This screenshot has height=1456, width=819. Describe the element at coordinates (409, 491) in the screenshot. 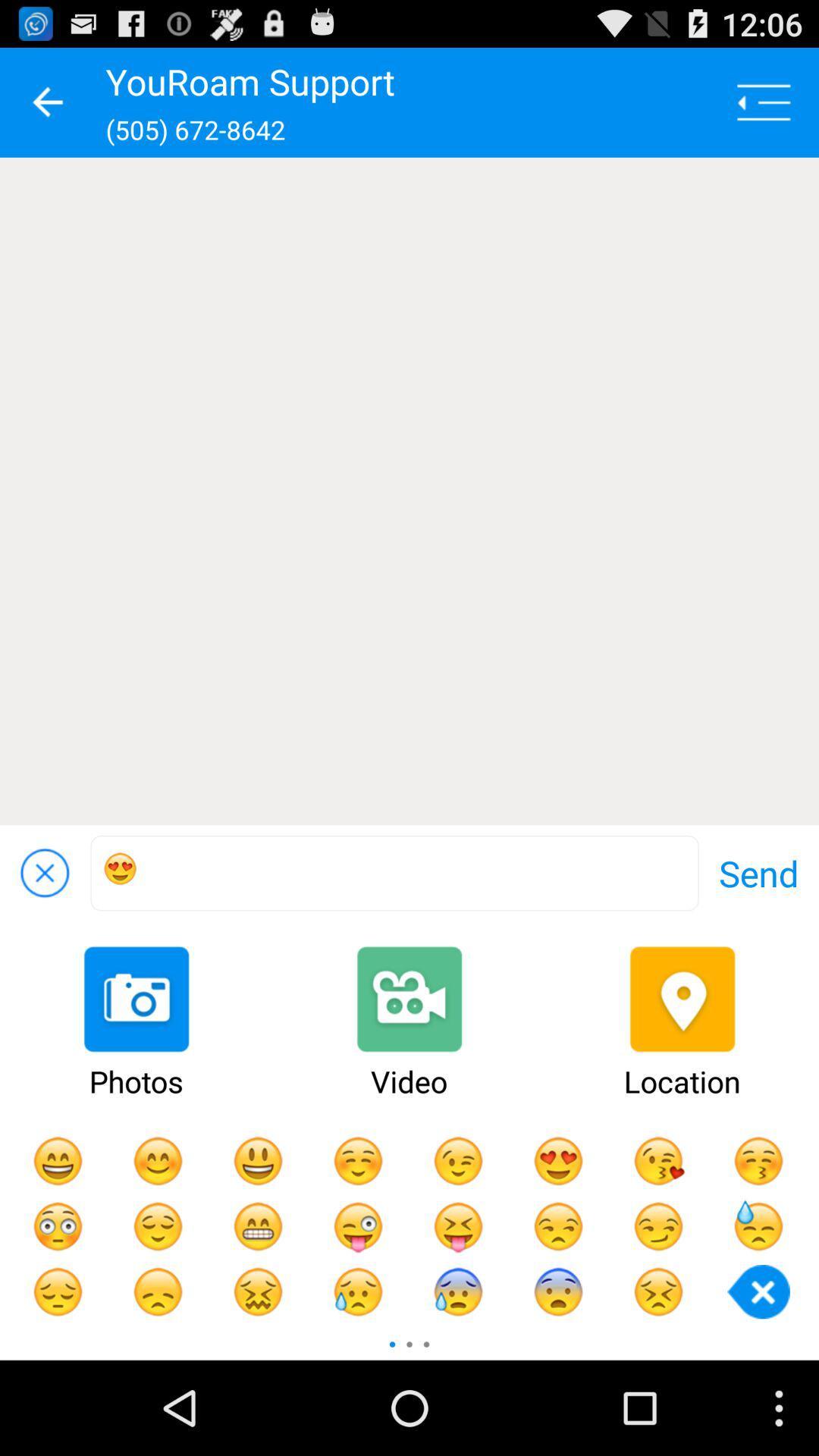

I see `the icon above send app` at that location.